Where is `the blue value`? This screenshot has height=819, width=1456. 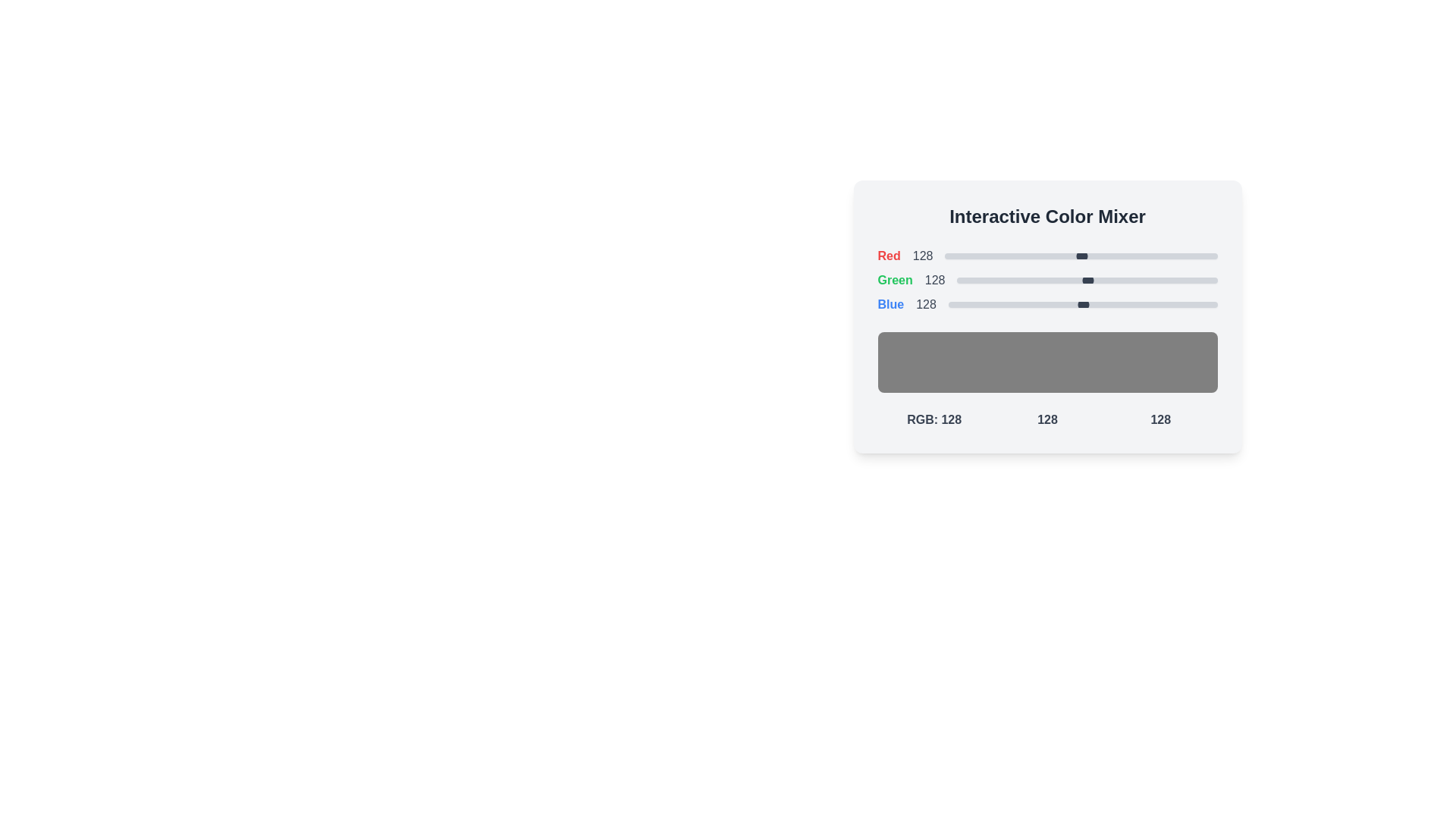
the blue value is located at coordinates (1159, 304).